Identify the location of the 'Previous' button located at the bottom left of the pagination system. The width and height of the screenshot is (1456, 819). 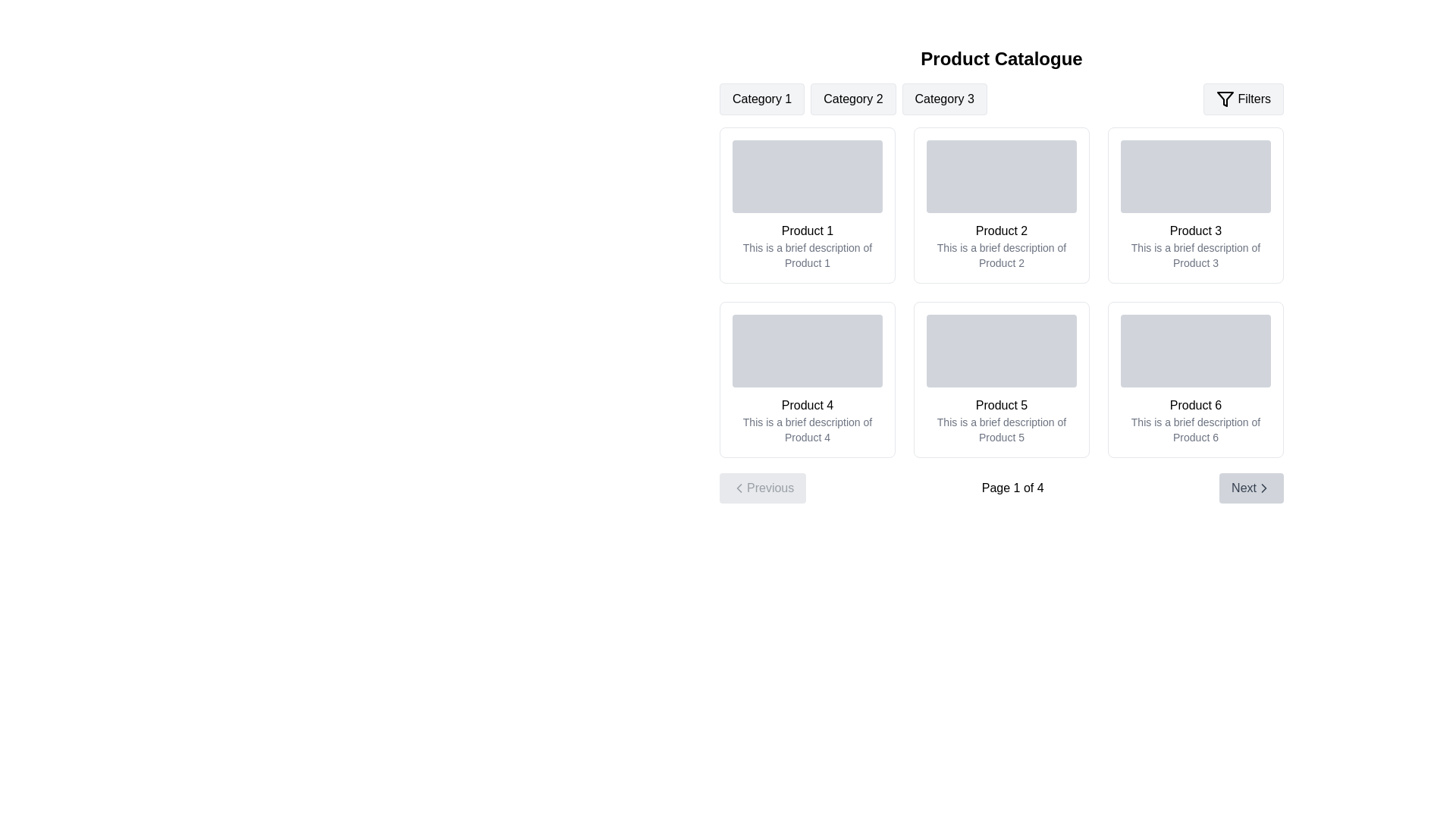
(763, 488).